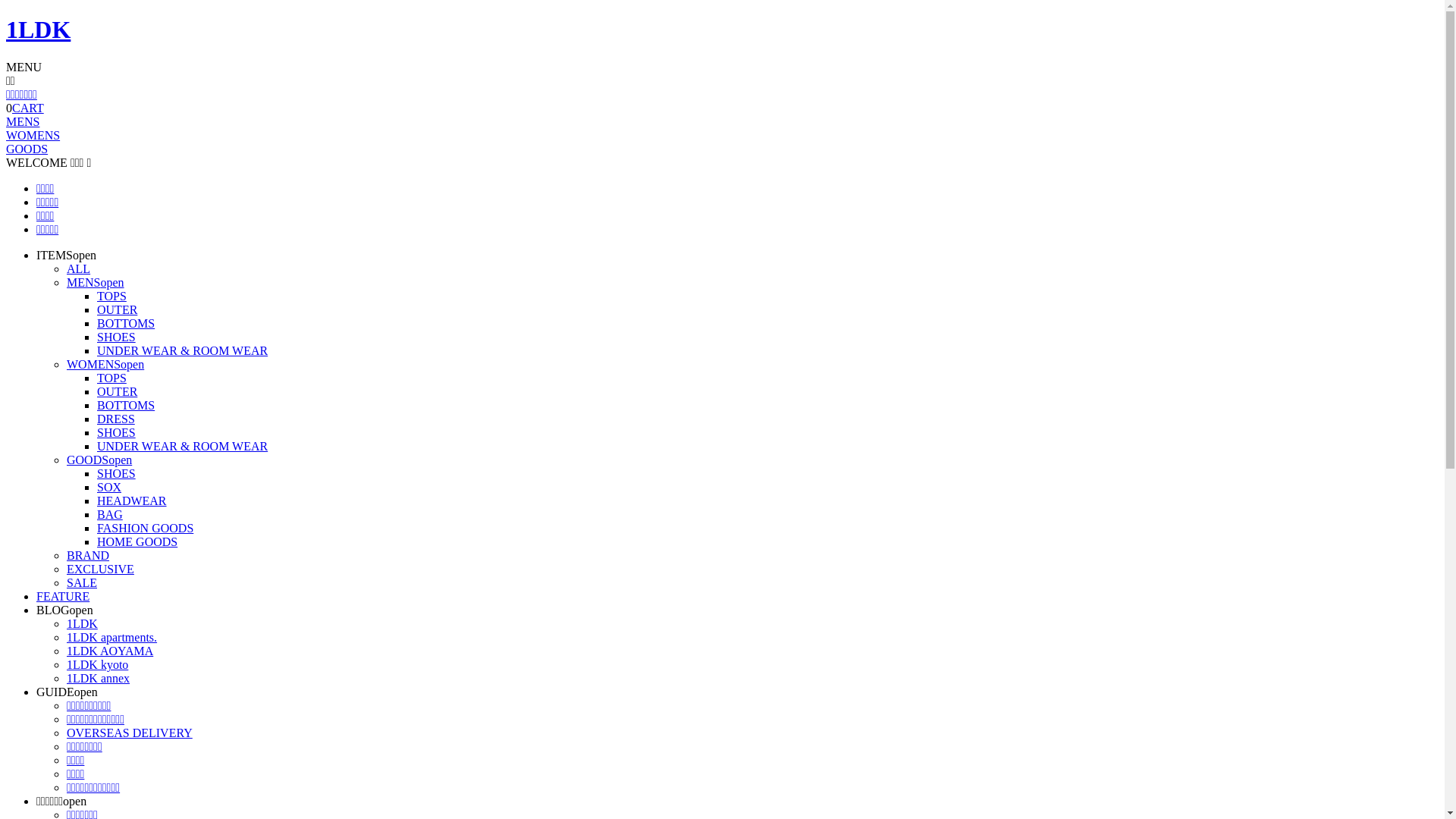 This screenshot has width=1456, height=819. What do you see at coordinates (65, 637) in the screenshot?
I see `'1LDK apartments.'` at bounding box center [65, 637].